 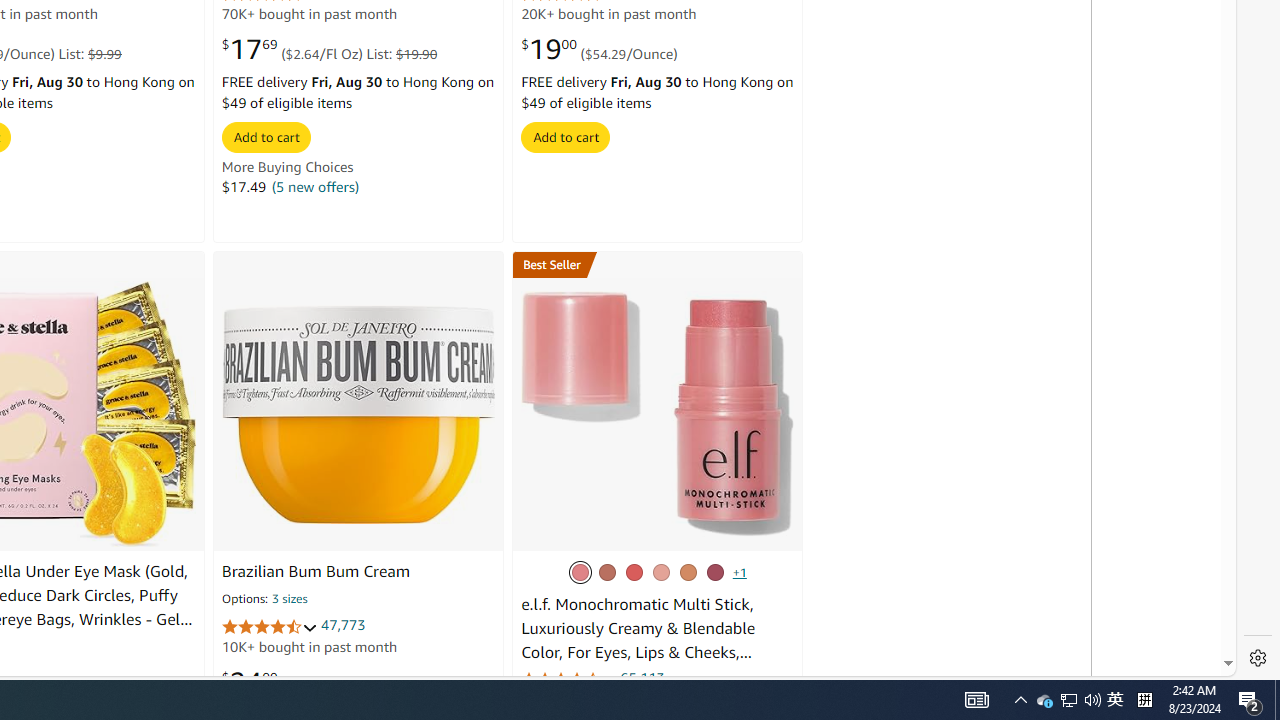 What do you see at coordinates (359, 412) in the screenshot?
I see `'SOL DE JANEIRO Brazilian Bum Bum Cream'` at bounding box center [359, 412].